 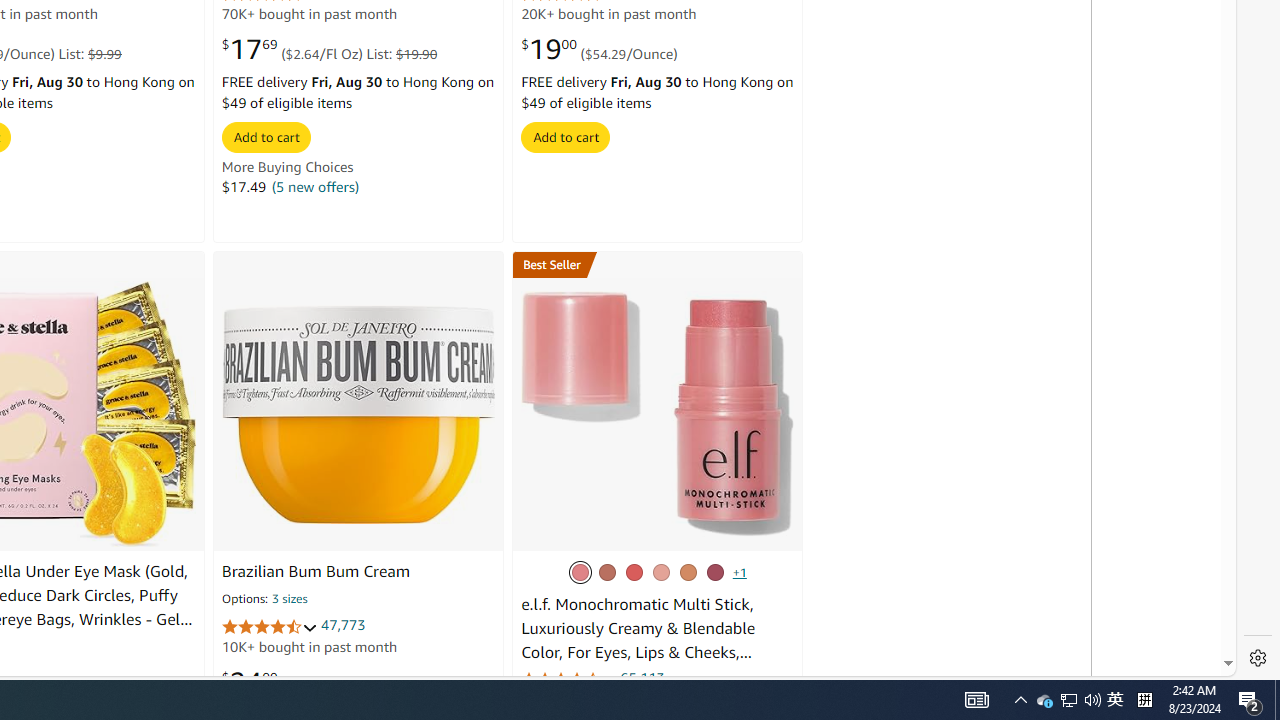 What do you see at coordinates (359, 412) in the screenshot?
I see `'SOL DE JANEIRO Brazilian Bum Bum Cream'` at bounding box center [359, 412].